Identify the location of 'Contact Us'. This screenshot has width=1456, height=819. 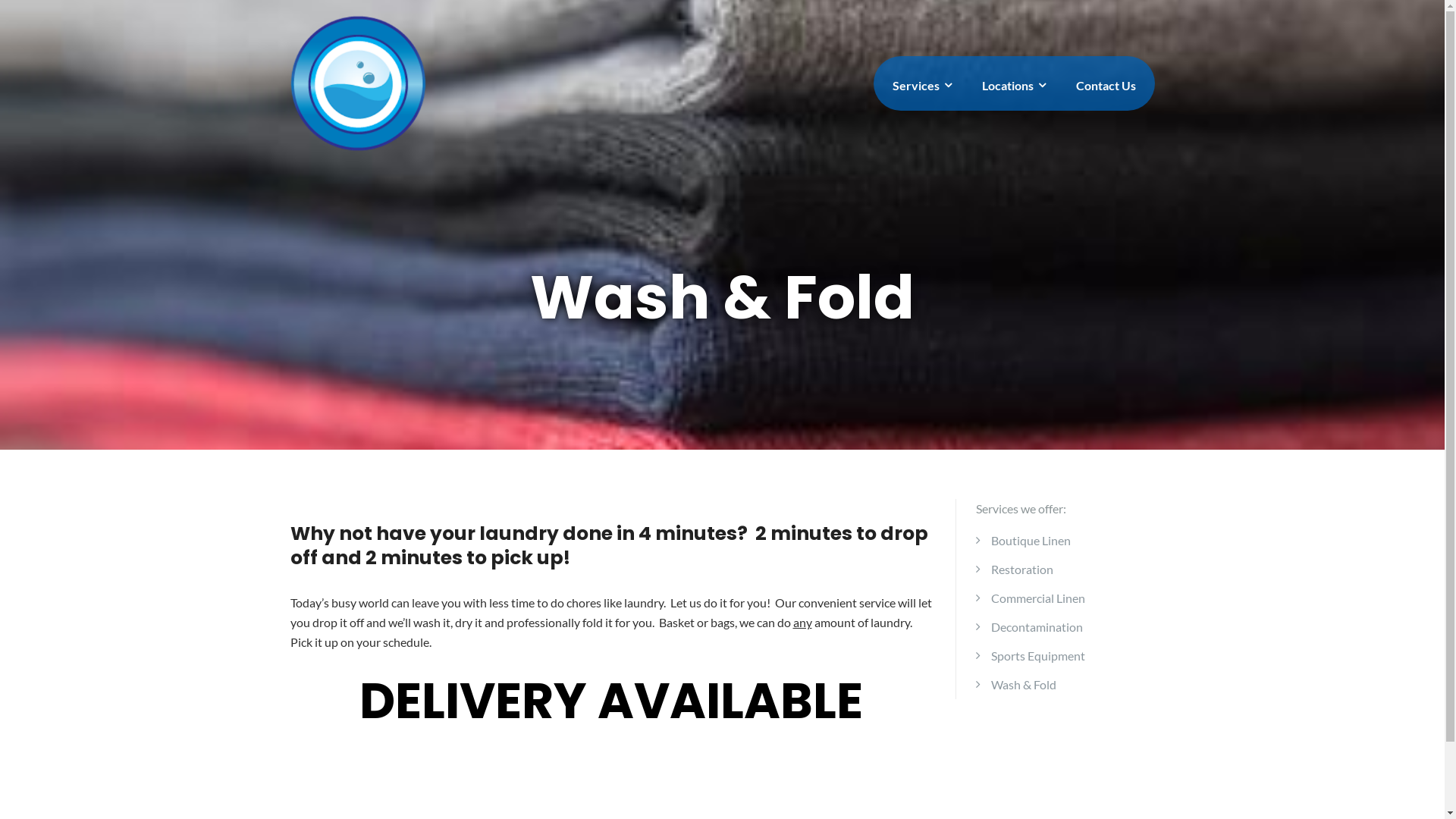
(1105, 85).